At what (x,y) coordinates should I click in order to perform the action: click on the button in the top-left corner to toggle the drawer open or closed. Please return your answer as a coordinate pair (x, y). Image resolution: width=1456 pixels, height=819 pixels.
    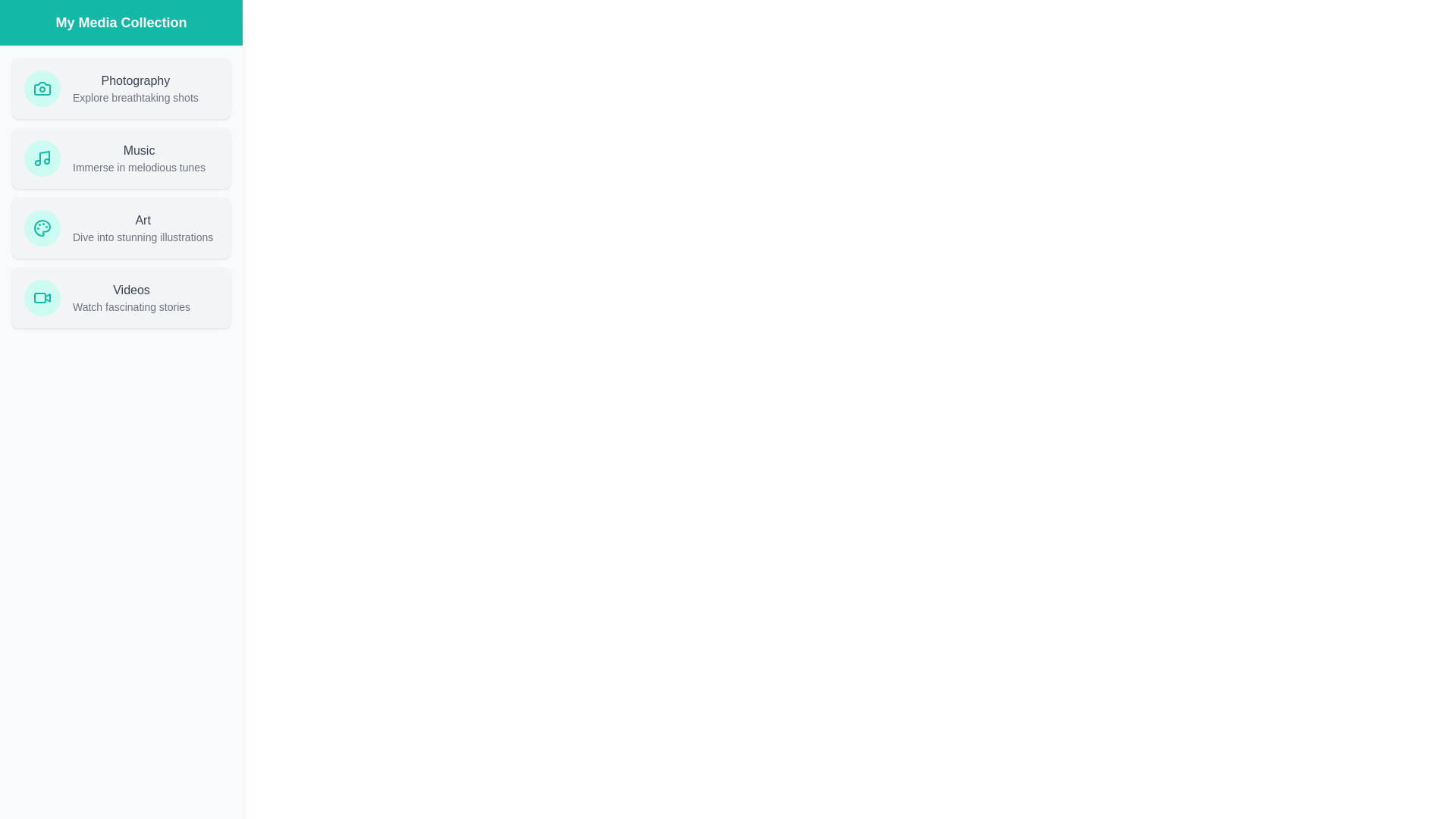
    Looking at the image, I should click on (30, 30).